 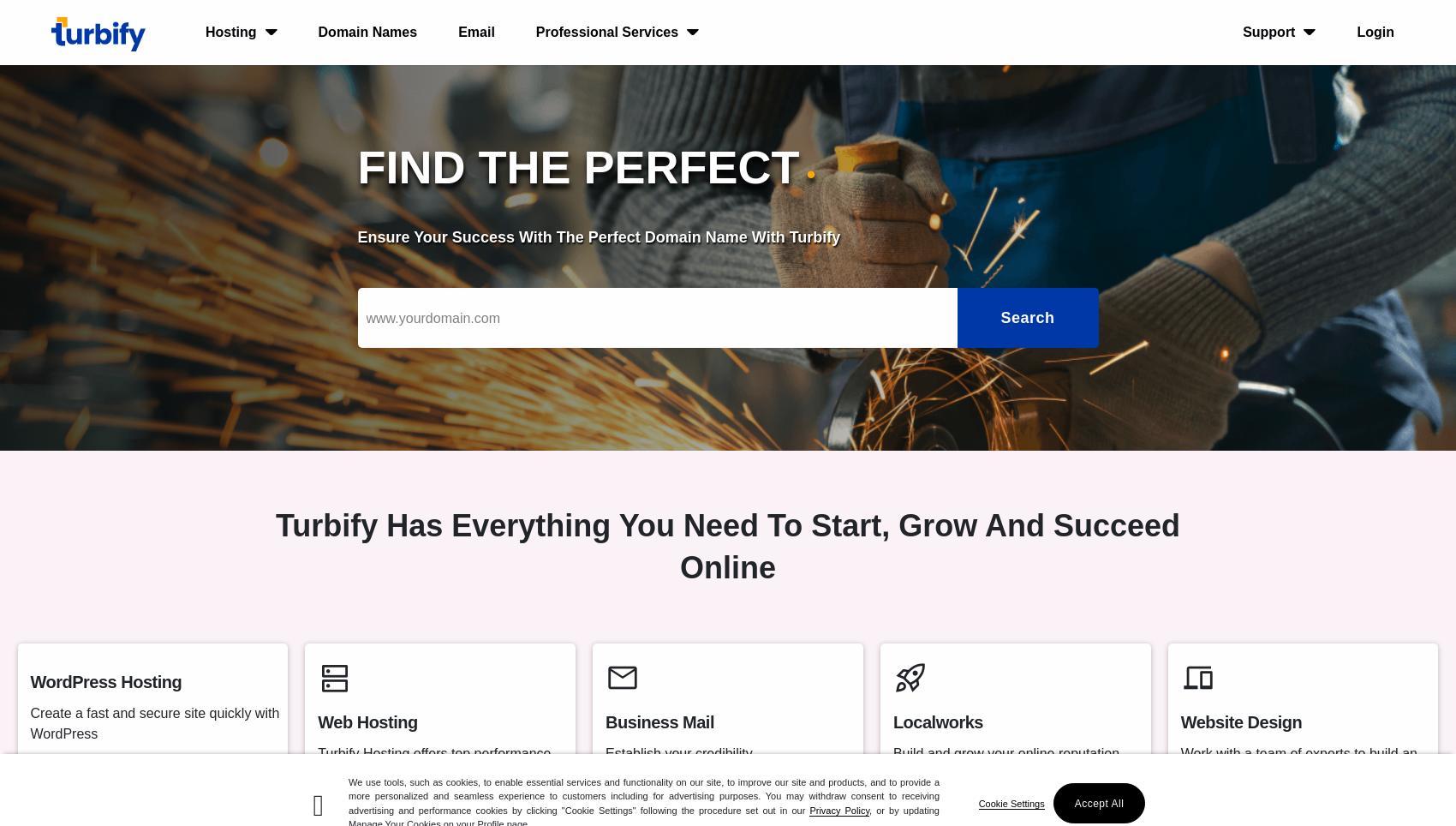 What do you see at coordinates (230, 31) in the screenshot?
I see `'Hosting'` at bounding box center [230, 31].